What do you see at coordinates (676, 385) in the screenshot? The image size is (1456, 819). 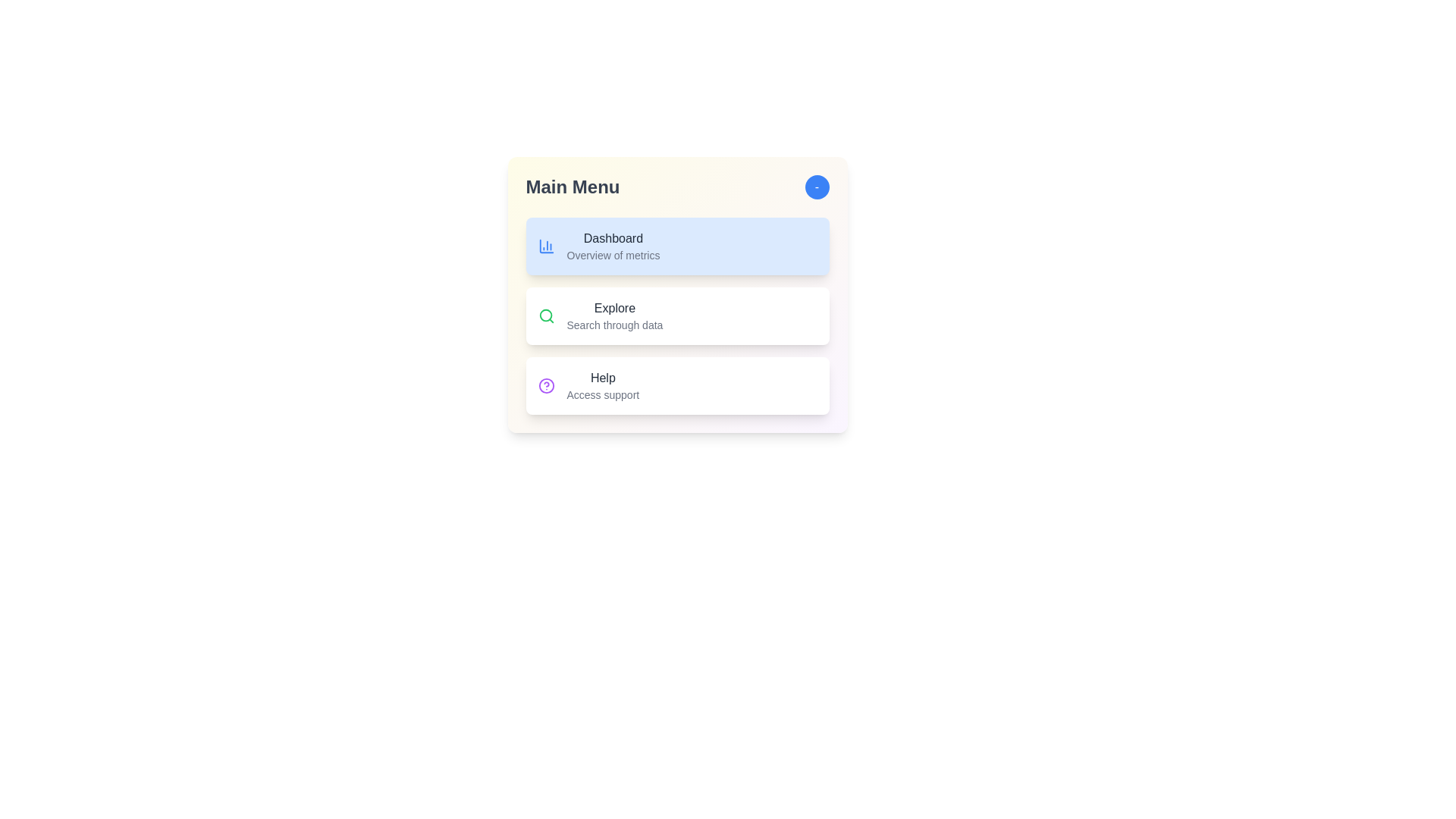 I see `the menu item Help by clicking on it` at bounding box center [676, 385].